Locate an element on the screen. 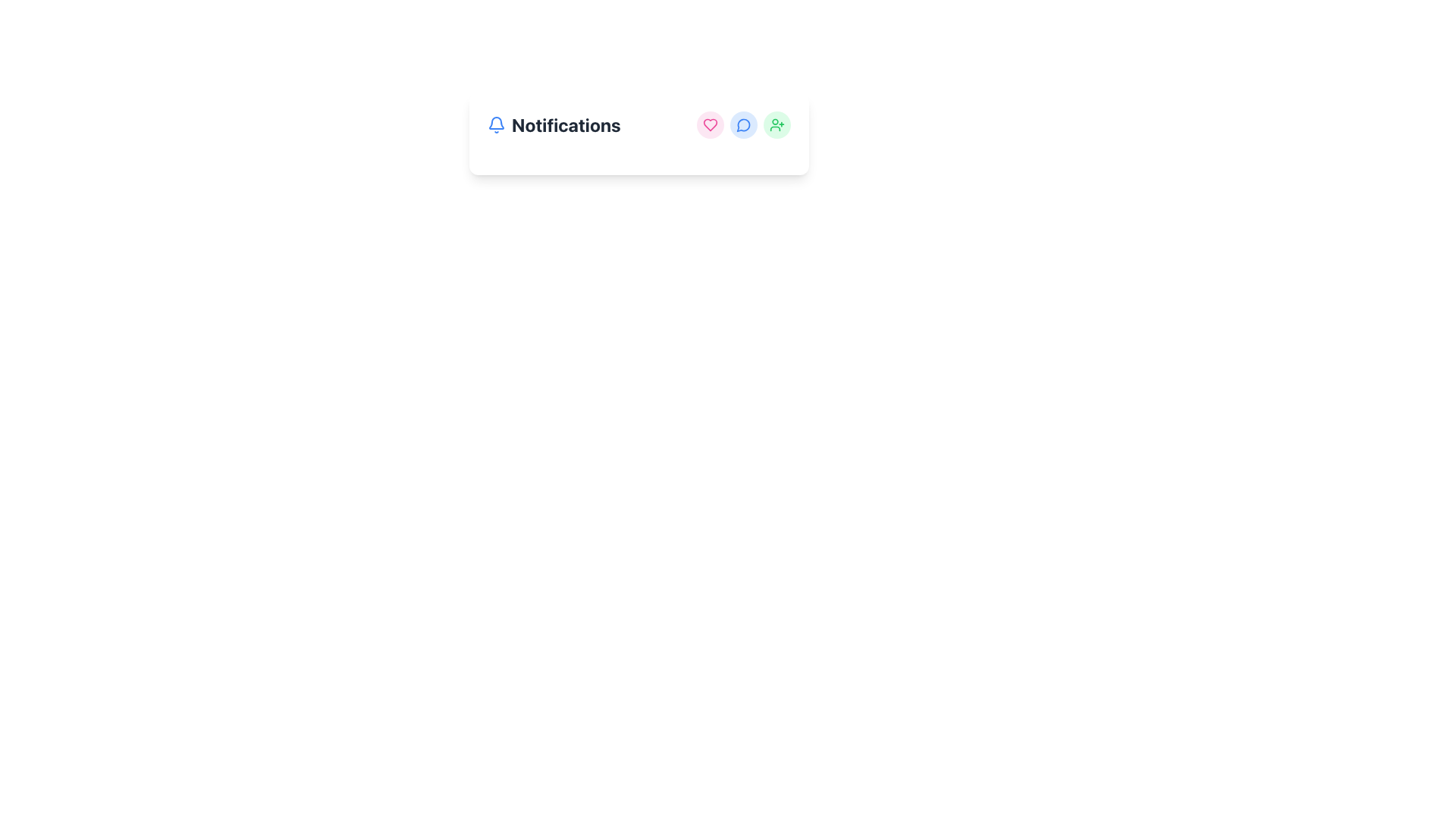 This screenshot has width=1456, height=819. the third button in a horizontal row of buttons that represents messaging or comment functionality, indicated by a speech bubble icon is located at coordinates (743, 124).